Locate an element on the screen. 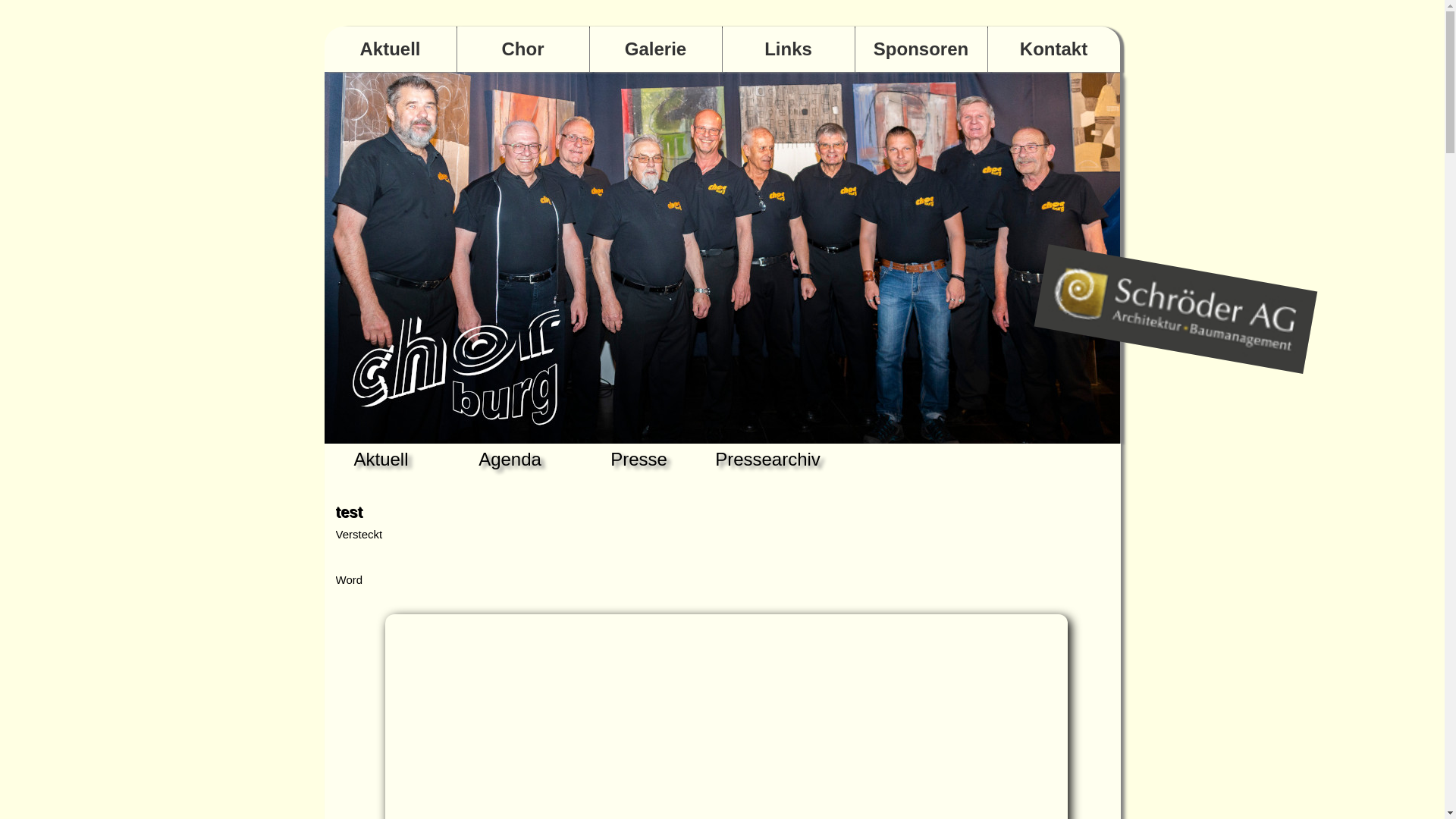 This screenshot has width=1456, height=819. 'Pressearchiv' is located at coordinates (767, 458).